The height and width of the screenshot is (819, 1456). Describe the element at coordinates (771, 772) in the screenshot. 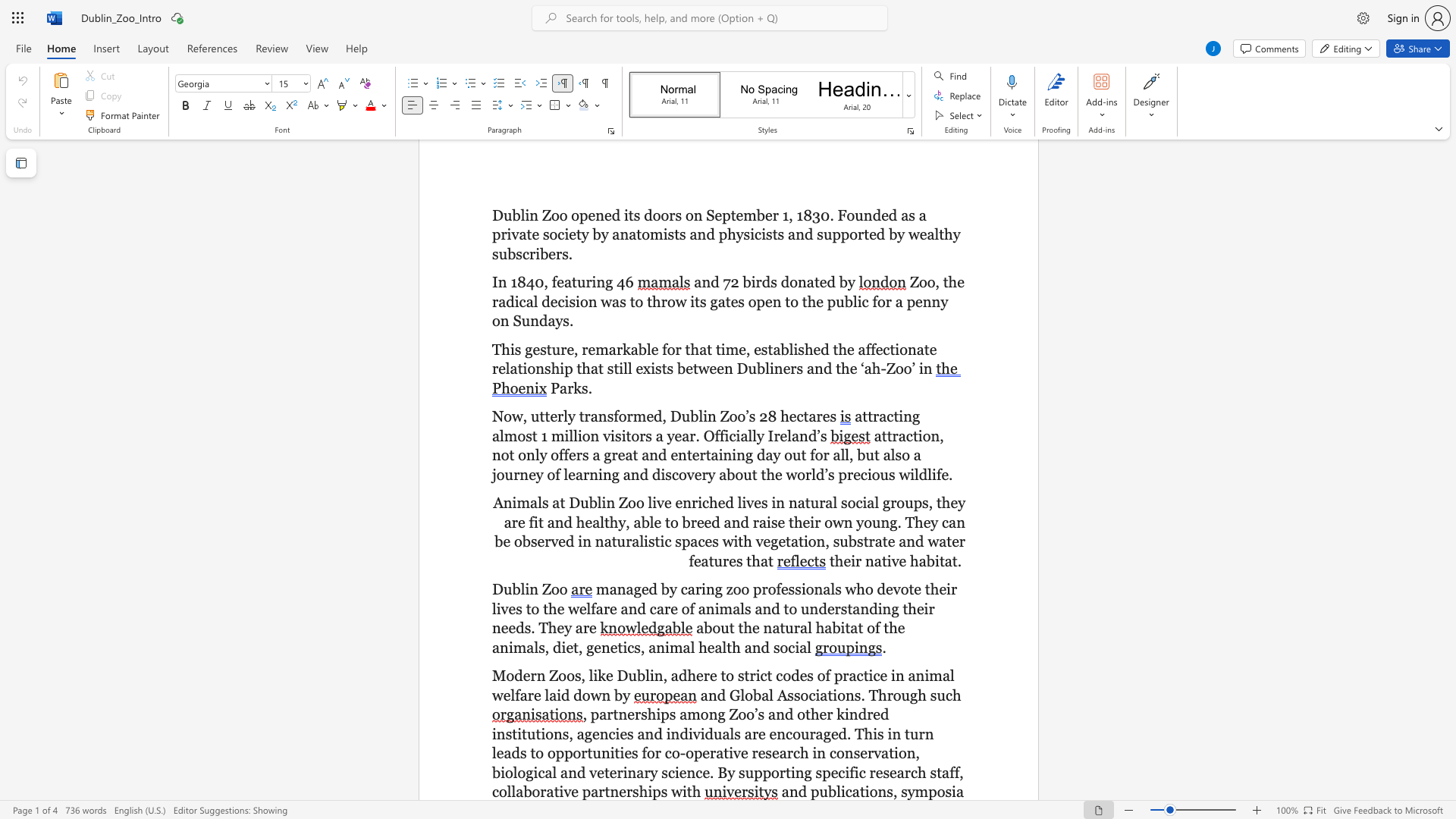

I see `the subset text "orting specific research staff," within the text ", partnerships among Zoo’s and other kindred institutions, agencies and individuals are encouraged. This in turn leads to opportunities for co-operative research in conservation, biological and veterinary science. By supporting specific research staff, collaborative partnerships with"` at that location.